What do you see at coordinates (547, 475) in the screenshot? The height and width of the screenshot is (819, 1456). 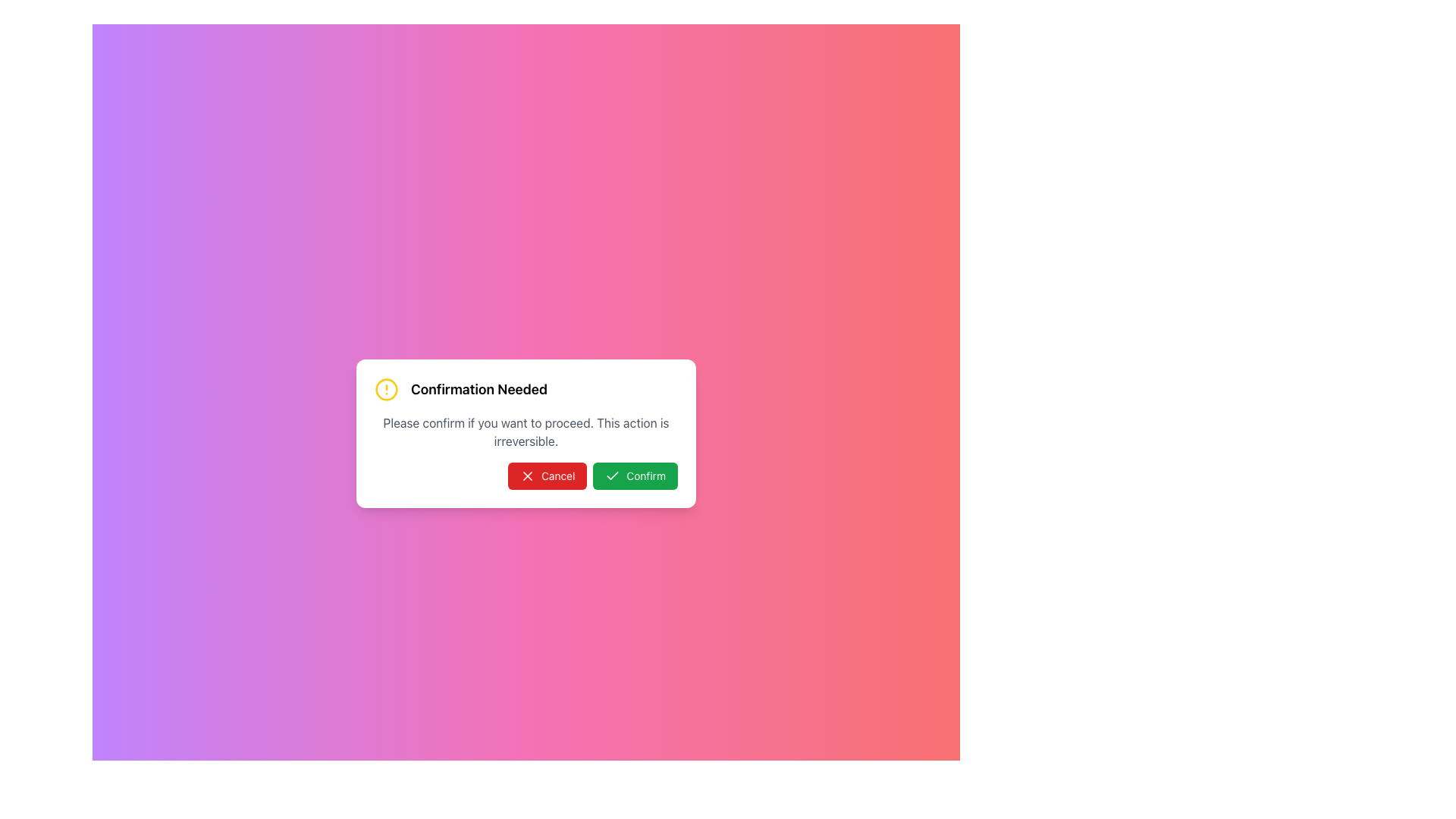 I see `the red 'Cancel' button with rounded corners that contains a white 'X' icon and the text 'Cancel' centered, positioned at the bottom left of the modal dialog` at bounding box center [547, 475].